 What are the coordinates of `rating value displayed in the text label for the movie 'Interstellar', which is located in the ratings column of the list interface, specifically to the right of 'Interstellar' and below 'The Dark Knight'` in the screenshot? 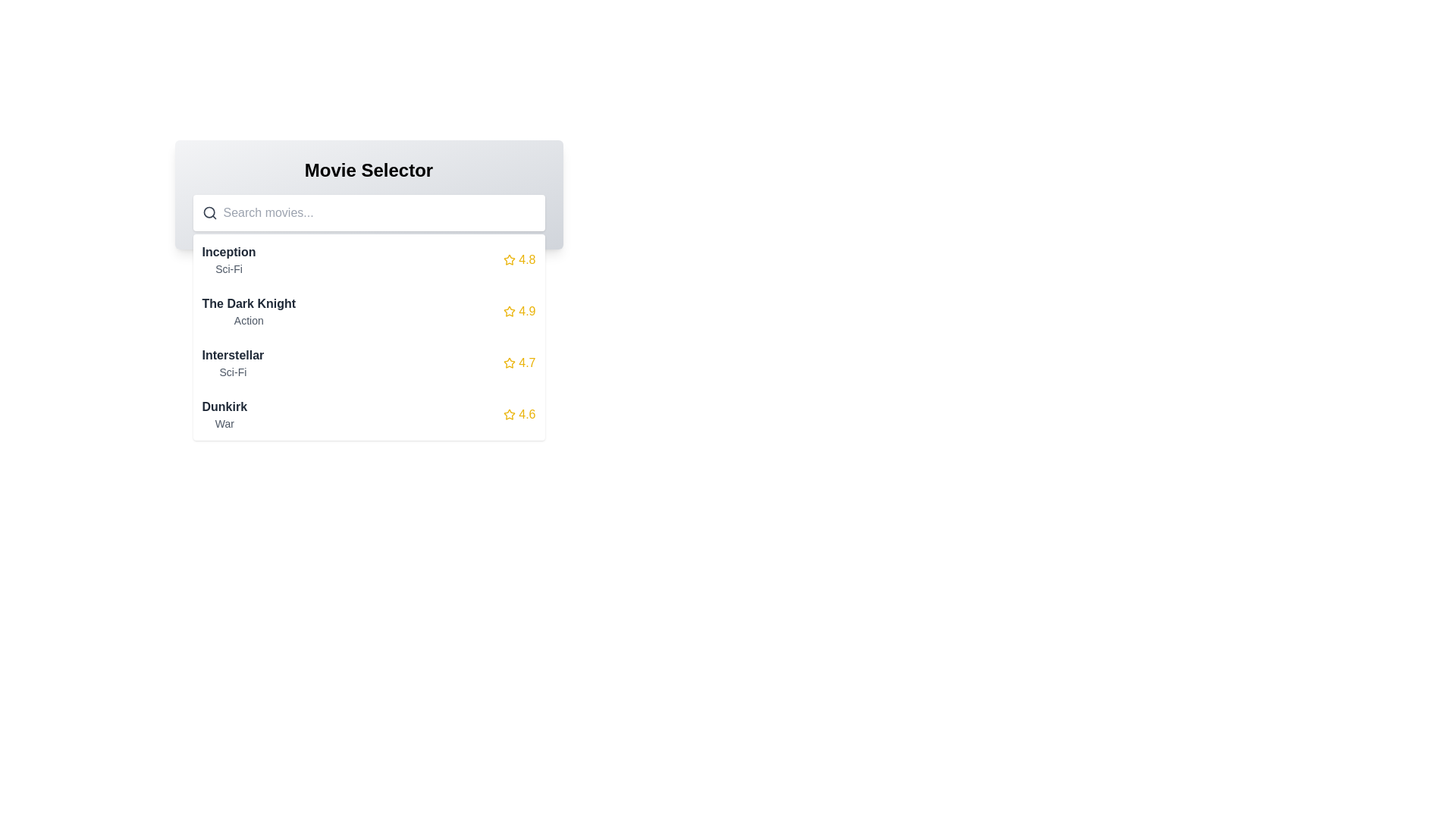 It's located at (527, 362).